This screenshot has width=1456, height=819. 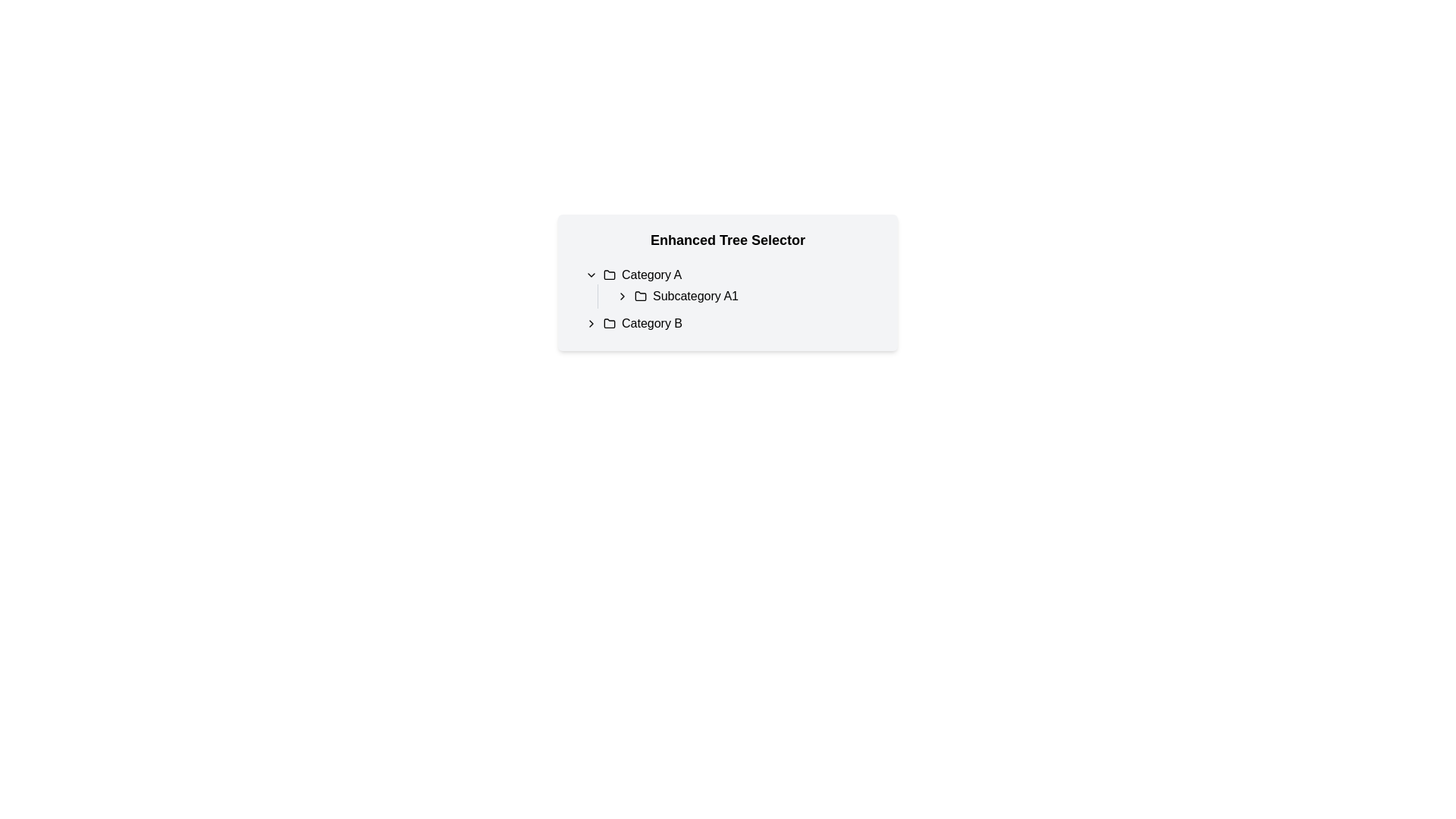 I want to click on the folder-shaped icon located between the chevron-down icon and the text 'Category A', so click(x=610, y=275).